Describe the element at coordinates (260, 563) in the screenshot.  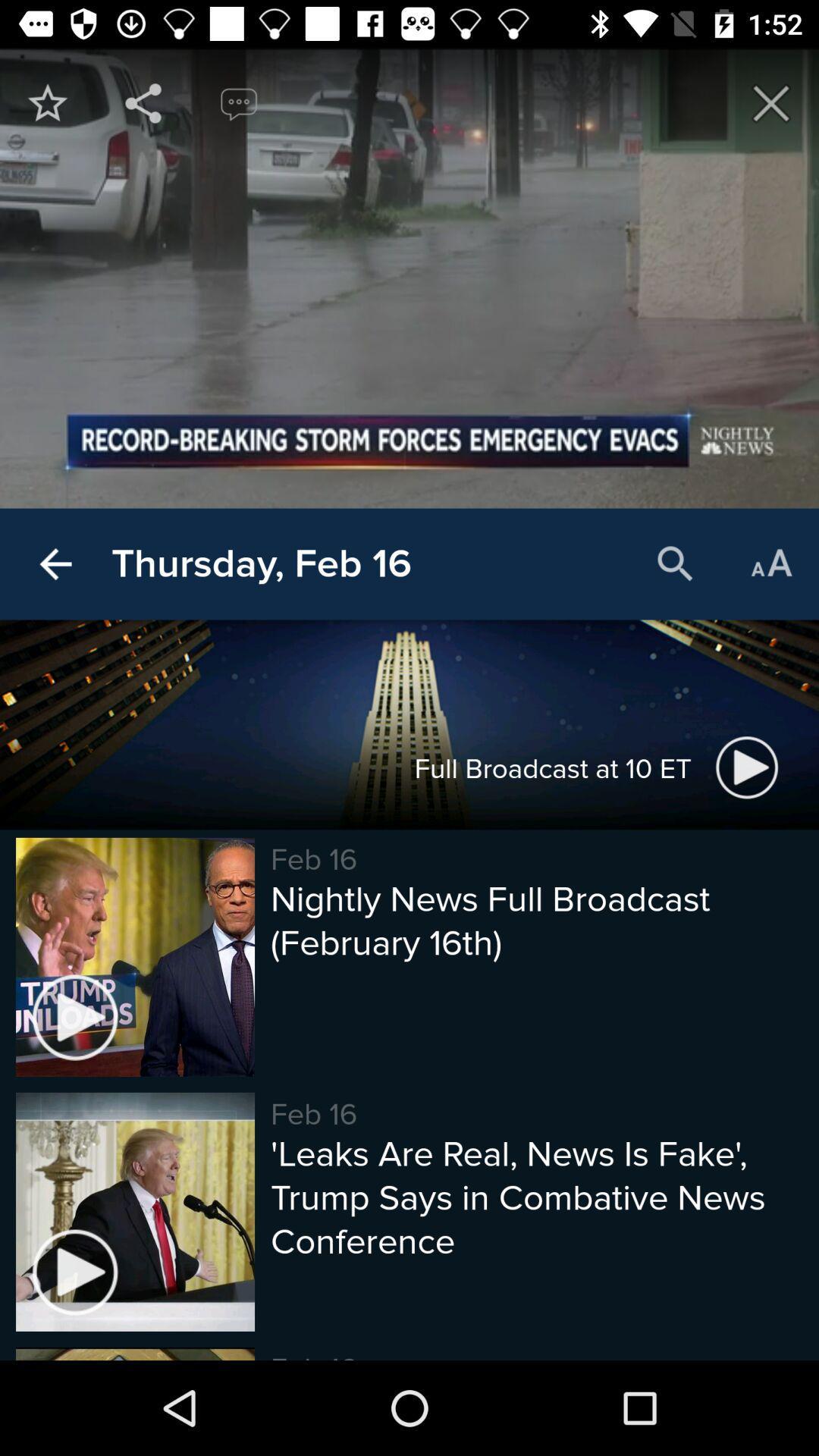
I see `thursday, feb 16` at that location.